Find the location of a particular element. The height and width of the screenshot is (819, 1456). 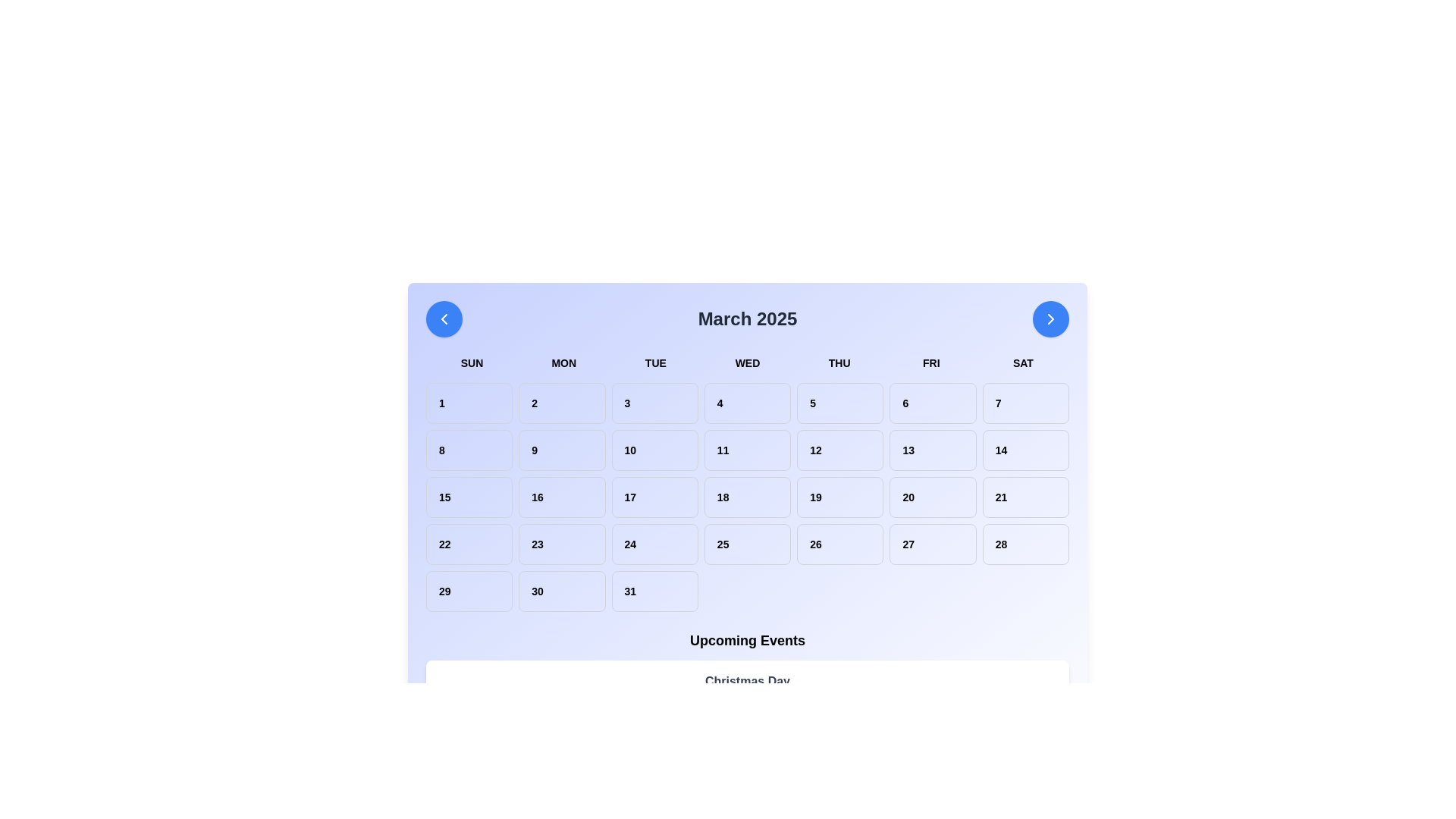

the button representing the 12th day of the month in the calendar grid is located at coordinates (839, 450).